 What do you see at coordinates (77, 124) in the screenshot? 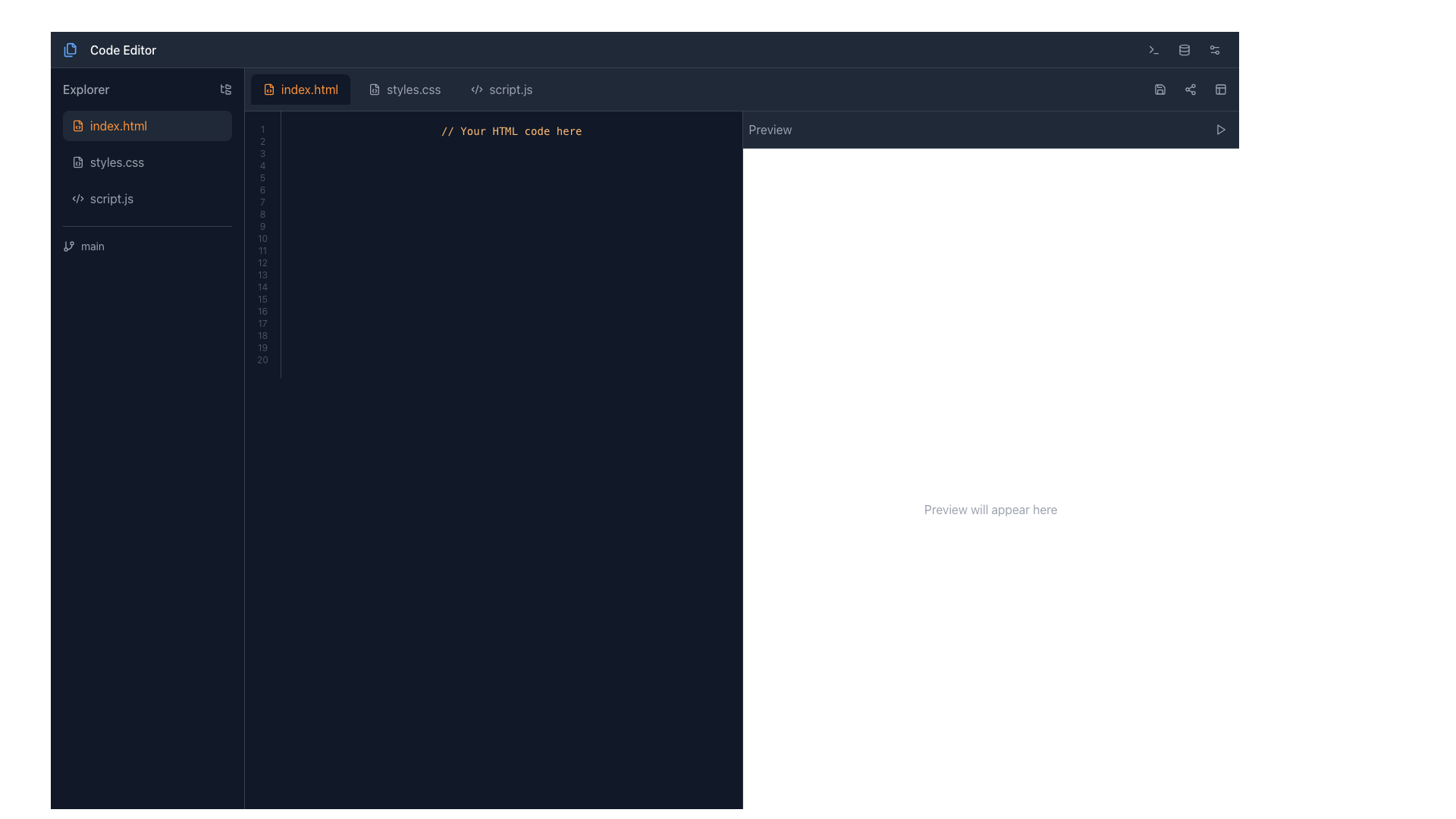
I see `into the coding file icon representing 'index.html' located in the left sidebar of the file explorer by moving the cursor to its center point` at bounding box center [77, 124].